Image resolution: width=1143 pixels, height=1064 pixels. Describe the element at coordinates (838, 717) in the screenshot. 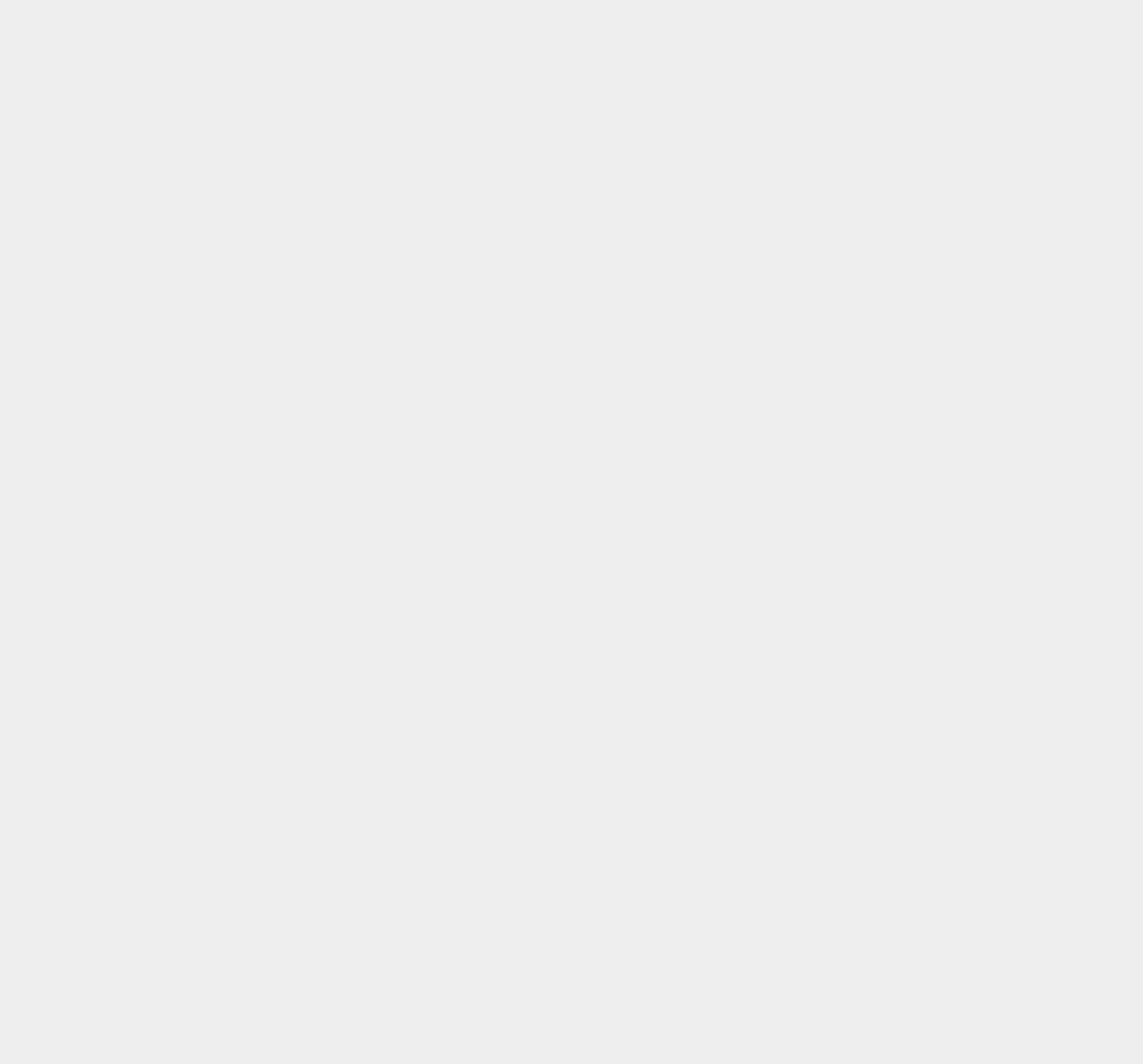

I see `'iPhone 5C'` at that location.